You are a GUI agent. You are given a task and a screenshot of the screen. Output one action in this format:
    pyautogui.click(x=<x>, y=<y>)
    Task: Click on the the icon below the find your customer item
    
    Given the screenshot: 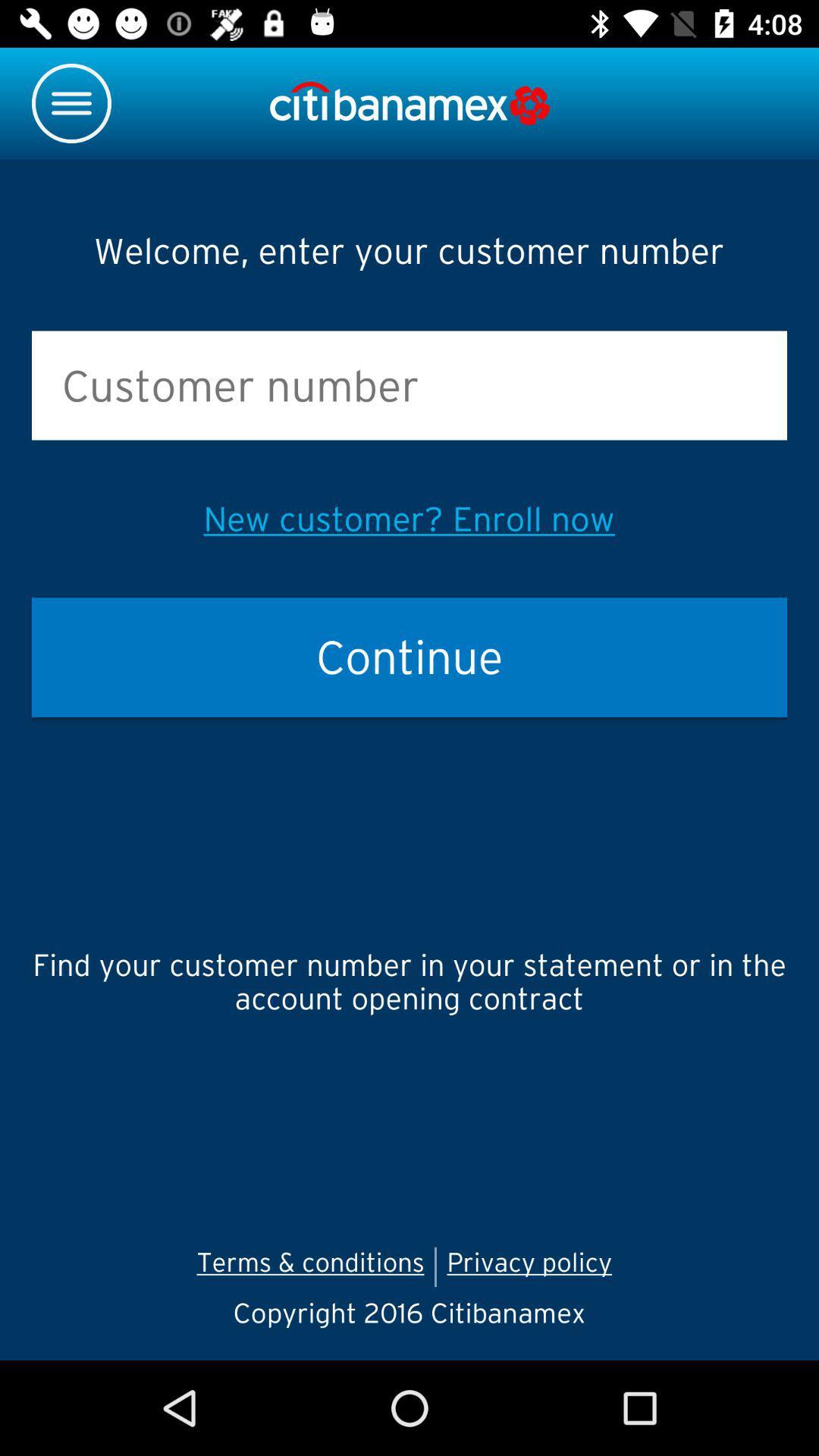 What is the action you would take?
    pyautogui.click(x=309, y=1266)
    